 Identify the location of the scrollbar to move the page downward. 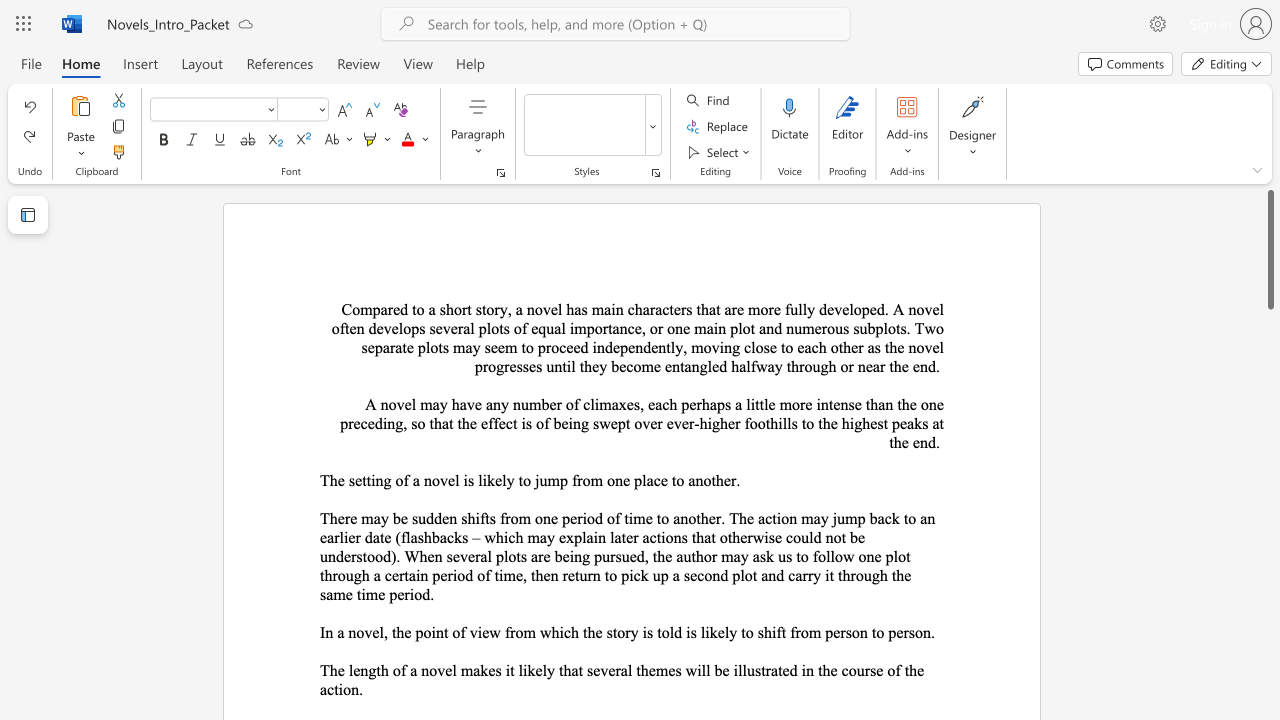
(1269, 438).